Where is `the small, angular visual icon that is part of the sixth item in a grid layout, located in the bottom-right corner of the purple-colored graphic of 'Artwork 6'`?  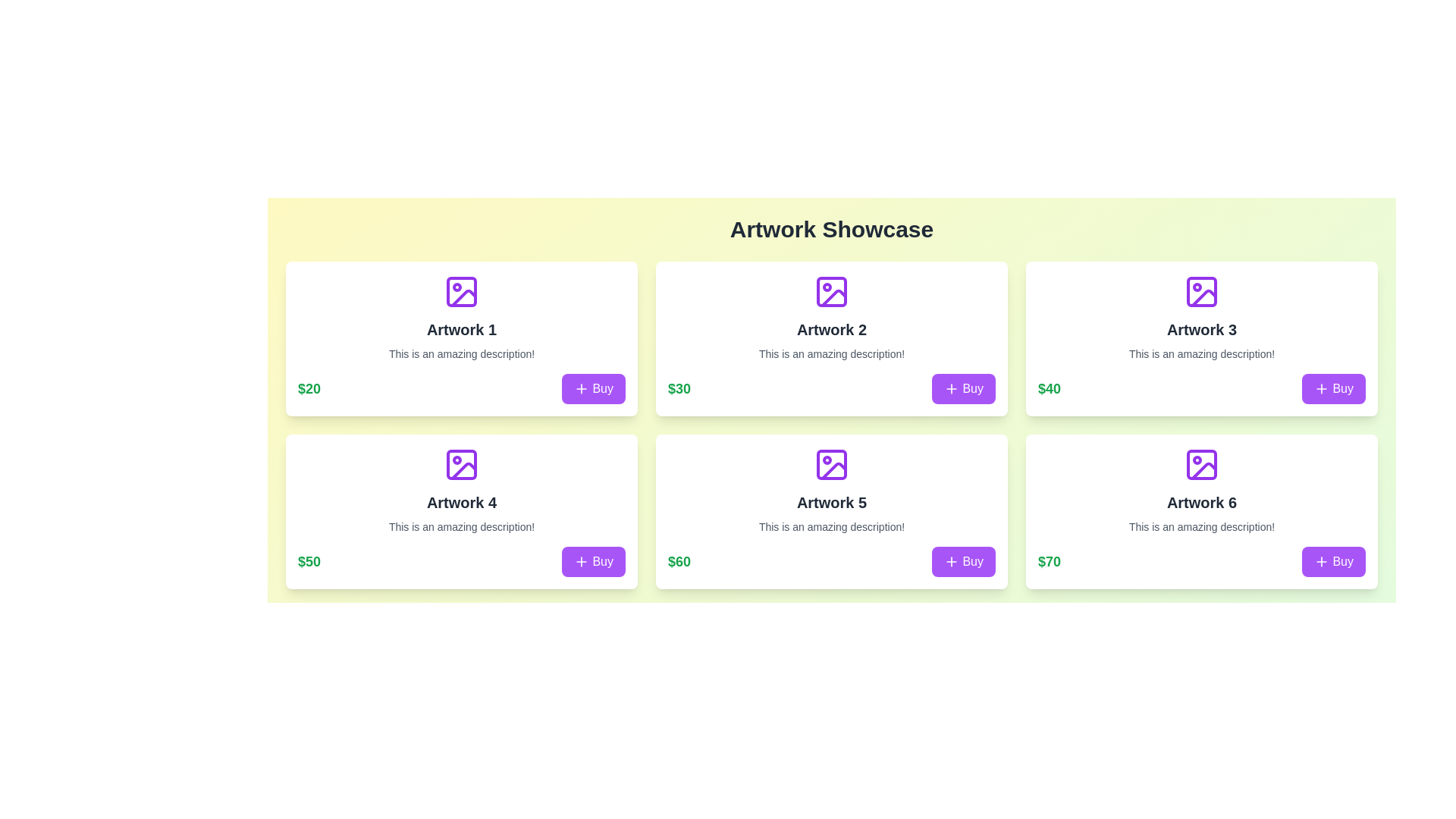 the small, angular visual icon that is part of the sixth item in a grid layout, located in the bottom-right corner of the purple-colored graphic of 'Artwork 6' is located at coordinates (1203, 470).